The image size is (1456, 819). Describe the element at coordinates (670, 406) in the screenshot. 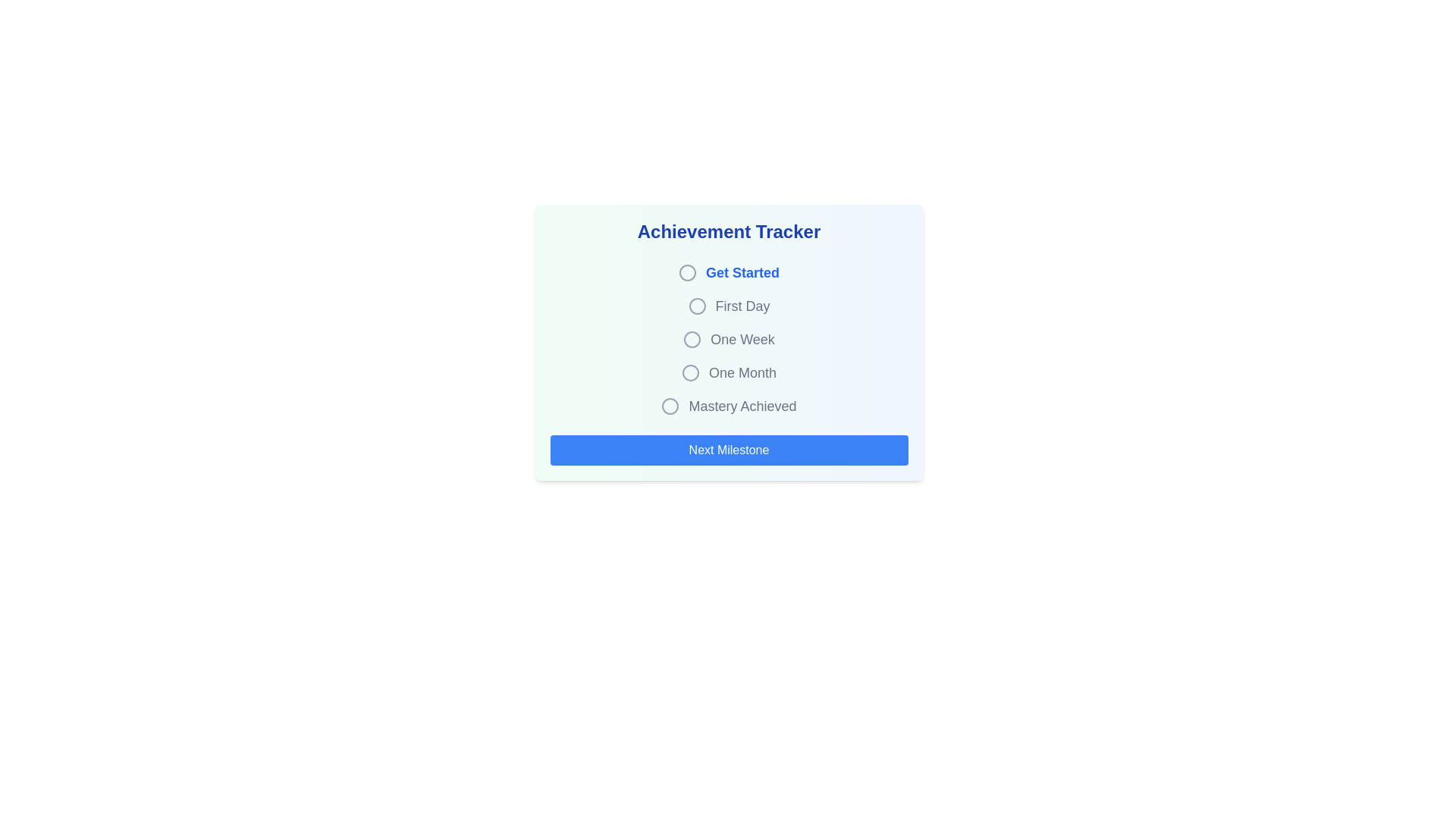

I see `the circular icon with a gray outline that resembles a radio button, located to the left of the 'Mastery Achieved' text label` at that location.